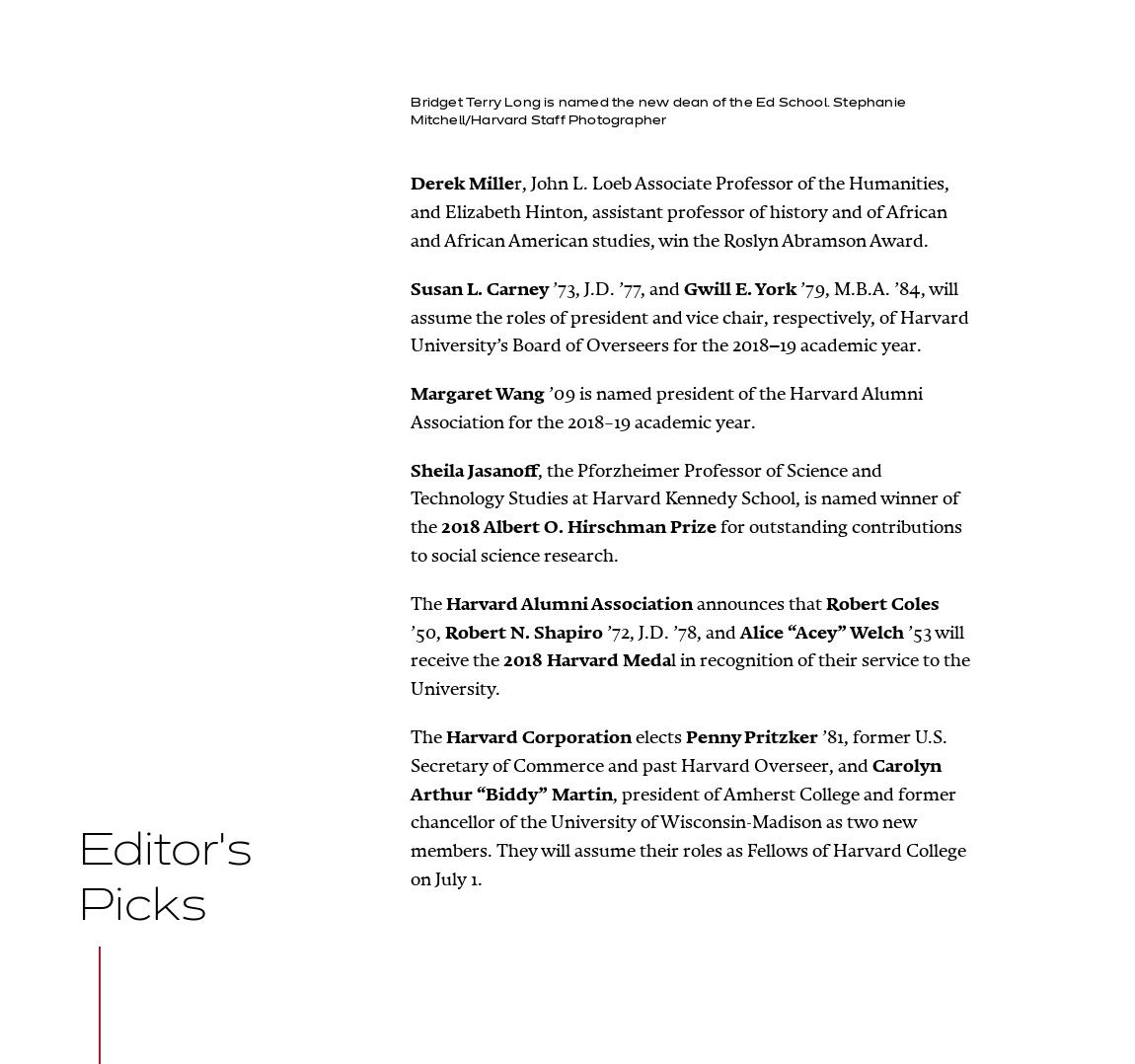  What do you see at coordinates (427, 631) in the screenshot?
I see `'’50,'` at bounding box center [427, 631].